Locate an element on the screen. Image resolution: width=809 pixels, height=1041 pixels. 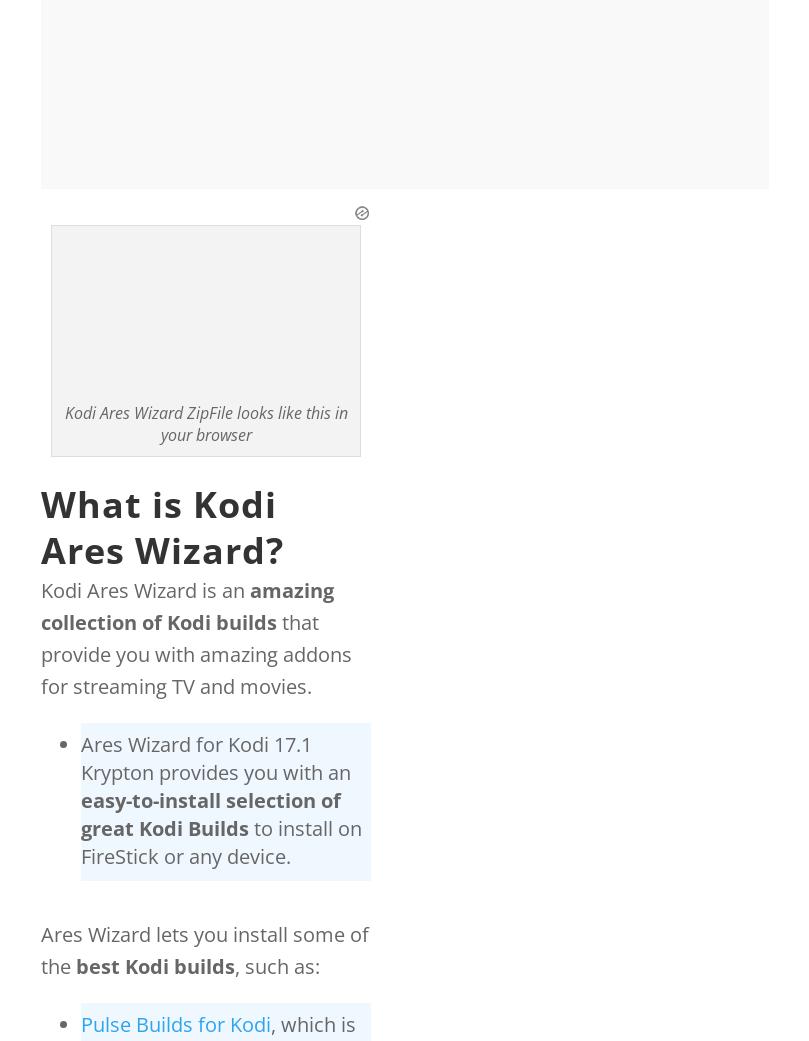
'Ares Wizard for Kodi 17.1 Krypton provides you with an' is located at coordinates (215, 758).